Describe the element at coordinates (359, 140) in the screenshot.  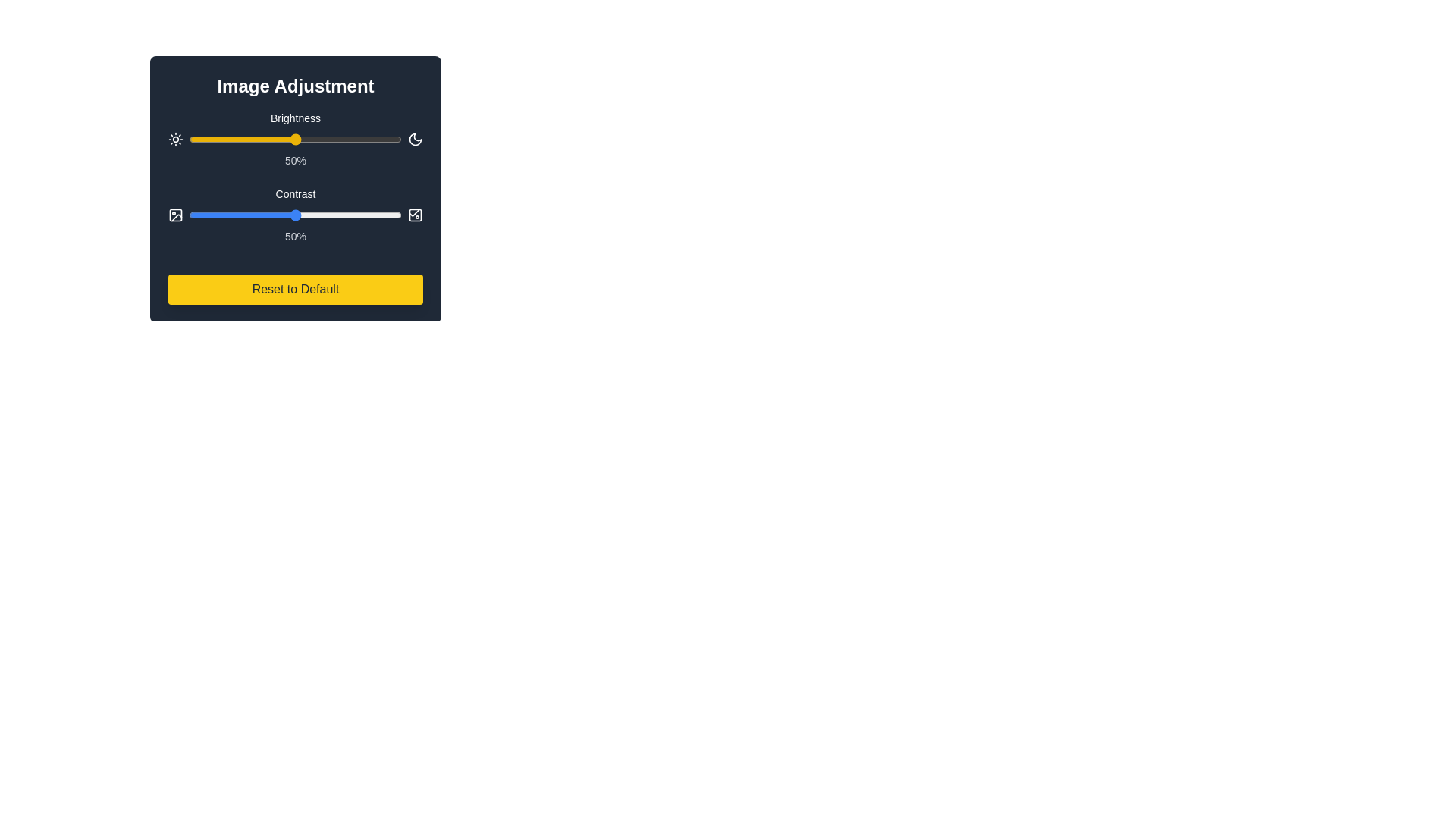
I see `brightness` at that location.